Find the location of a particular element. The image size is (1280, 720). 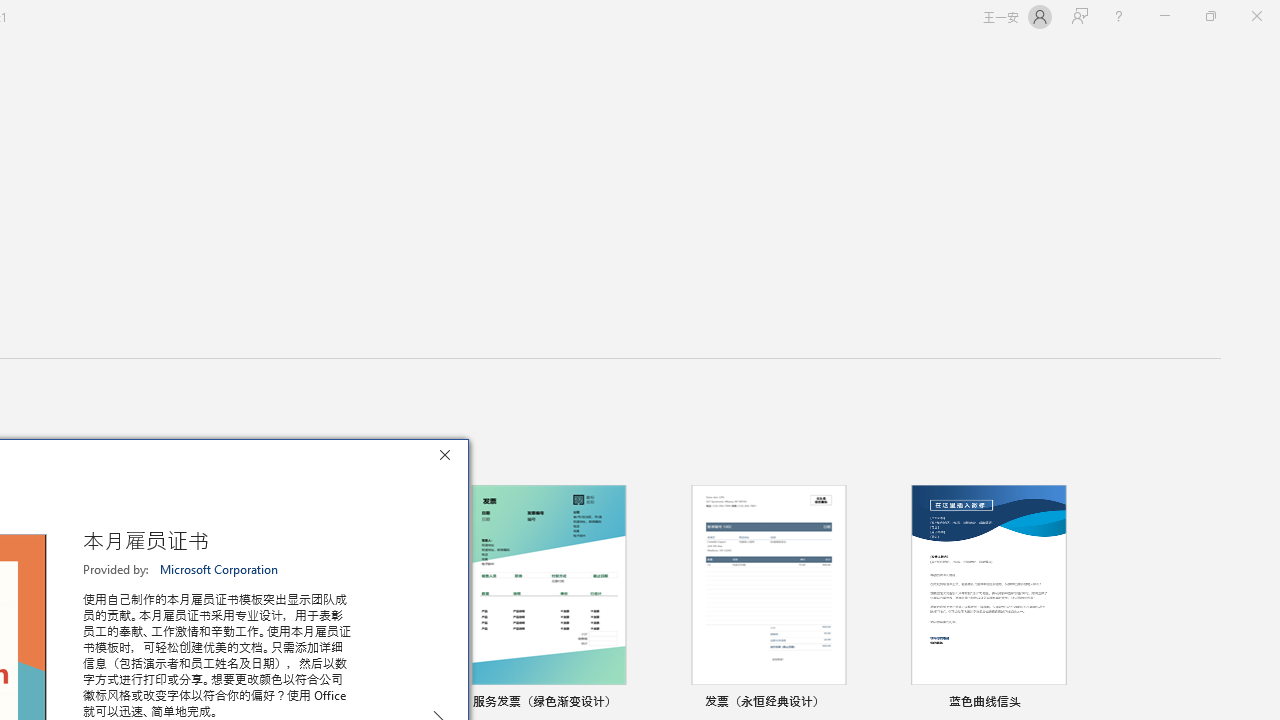

'Microsoft Corporation' is located at coordinates (220, 569).